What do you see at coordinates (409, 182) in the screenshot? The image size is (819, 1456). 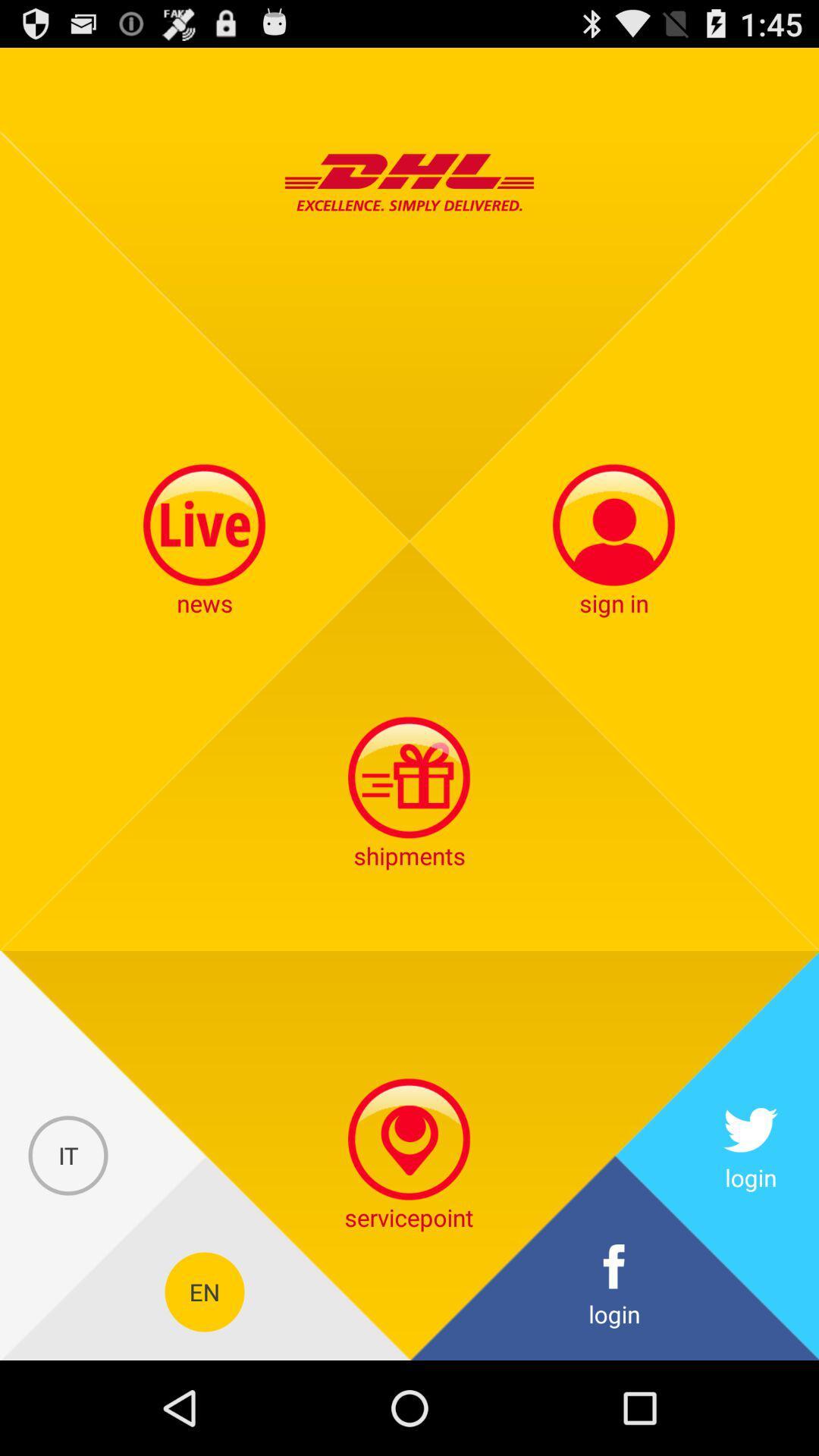 I see `the button at top` at bounding box center [409, 182].